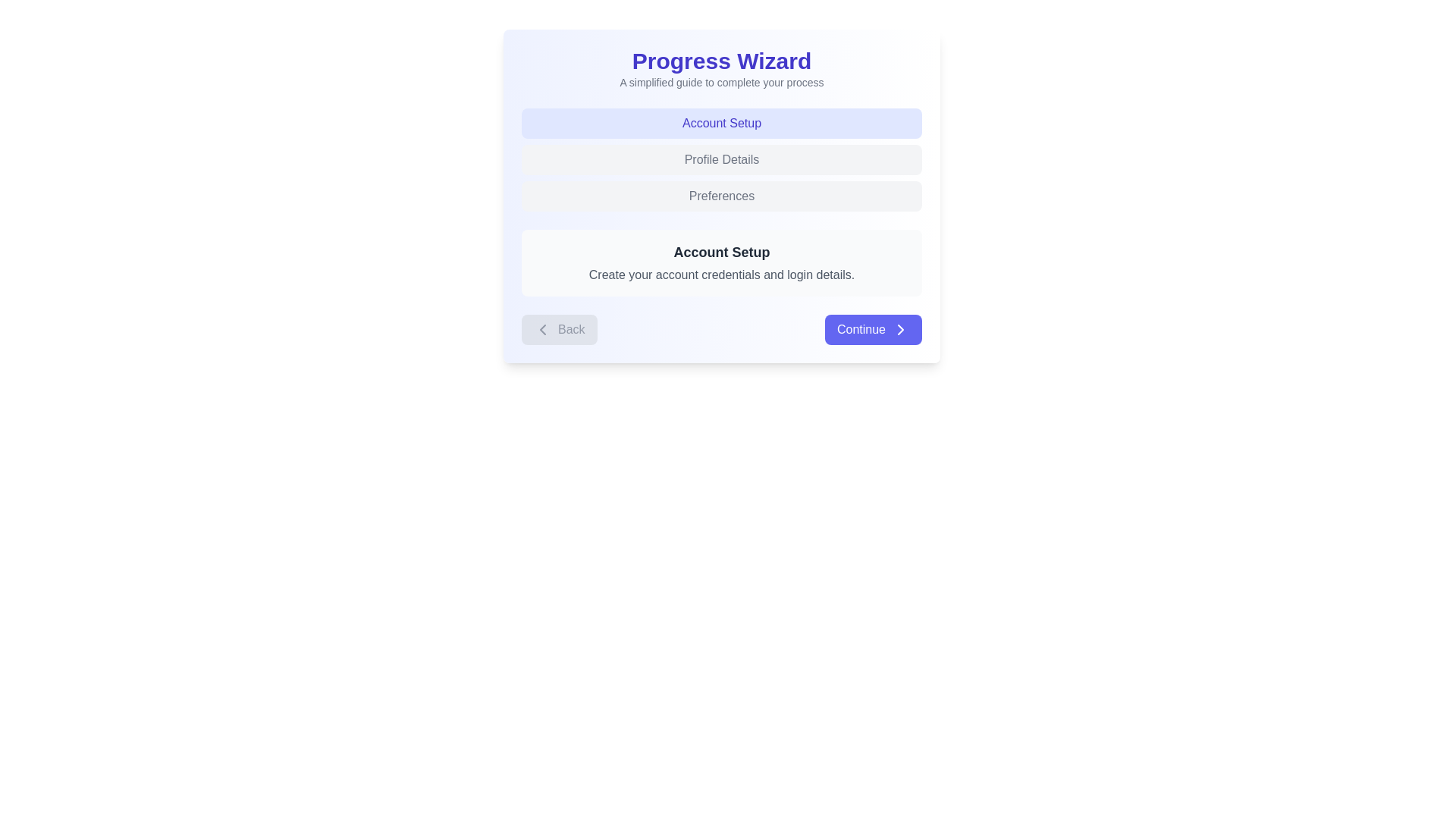  What do you see at coordinates (901, 329) in the screenshot?
I see `the arrow-like icon located on the right side of the blue 'Continue' button, which serves as a directional indicator for progressing within the interface` at bounding box center [901, 329].